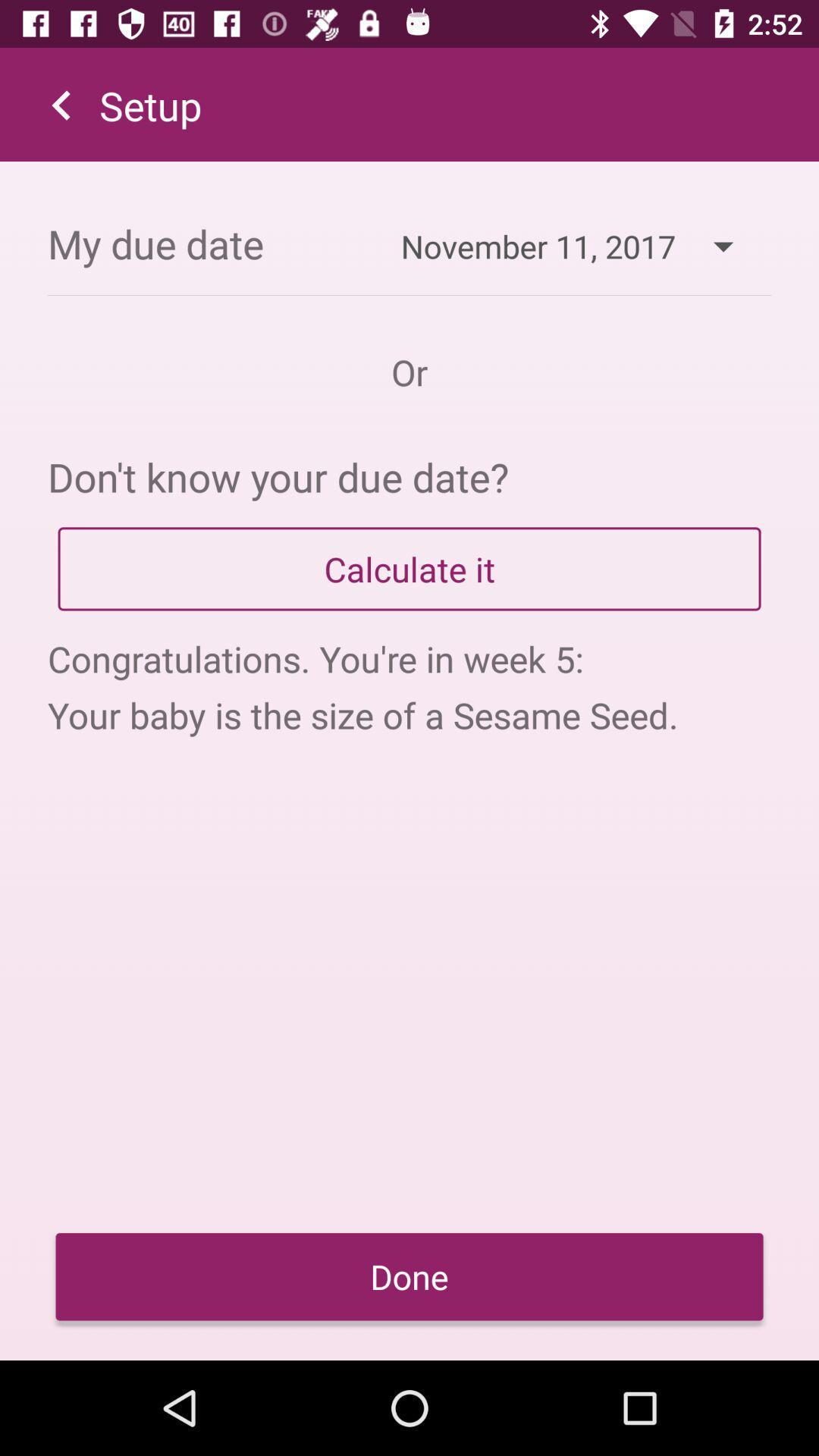 This screenshot has width=819, height=1456. Describe the element at coordinates (409, 568) in the screenshot. I see `calculate it icon` at that location.